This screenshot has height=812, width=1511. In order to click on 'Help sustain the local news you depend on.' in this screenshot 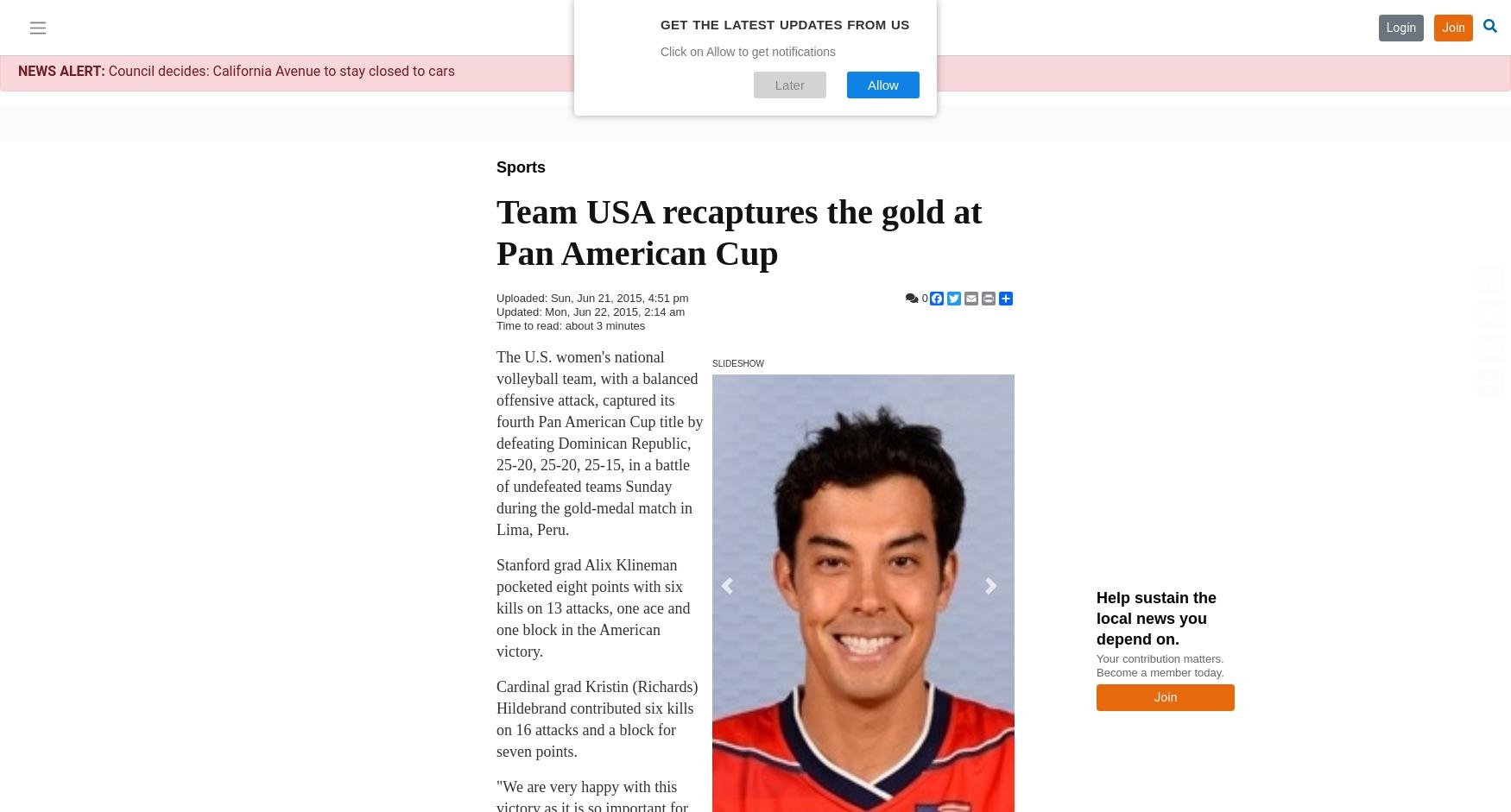, I will do `click(1156, 618)`.